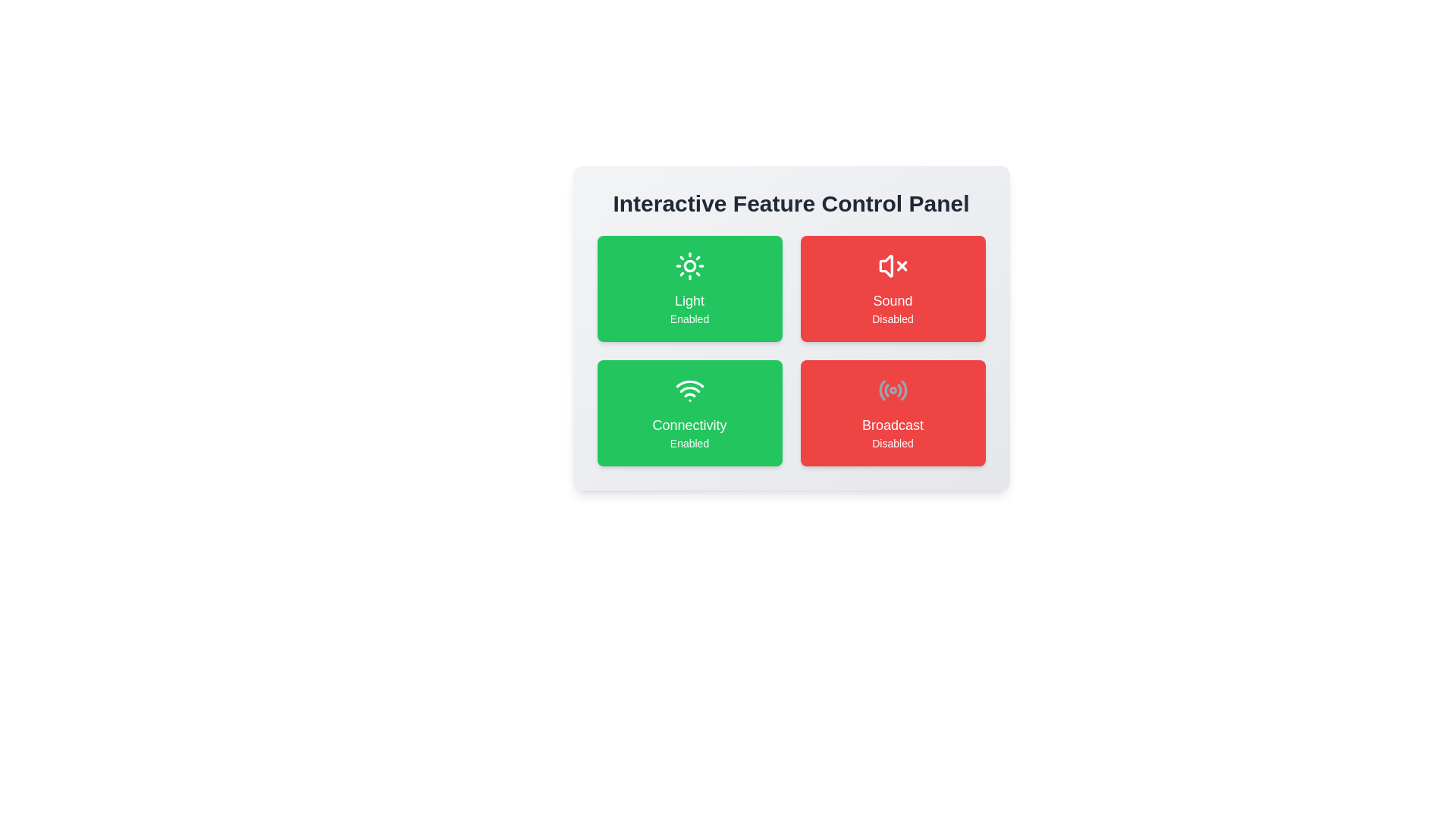 The image size is (1456, 819). I want to click on the feature card for Light to observe the hover effect, so click(689, 289).